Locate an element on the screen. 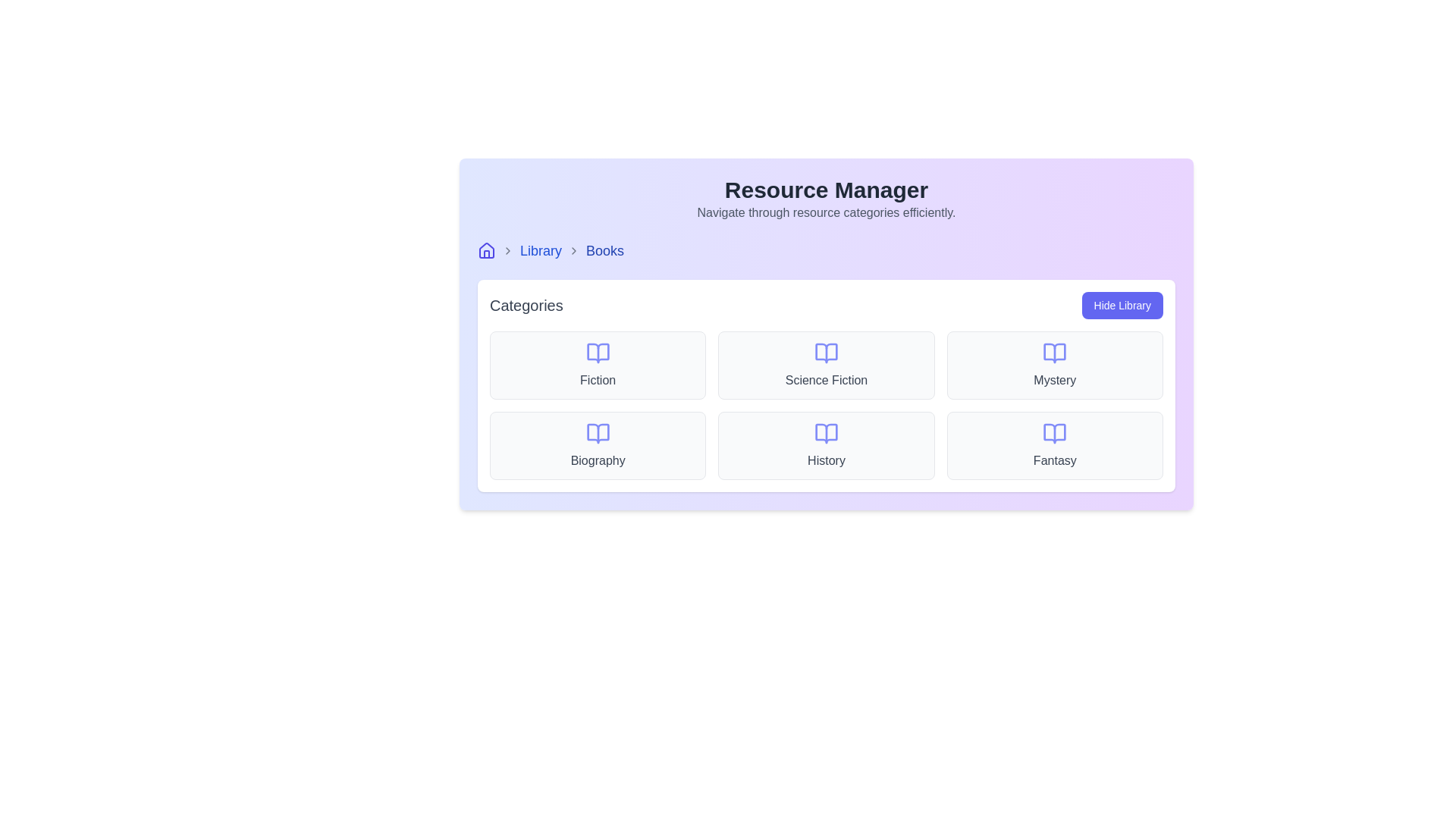 Image resolution: width=1456 pixels, height=819 pixels. the 'Biography' text label located in the bottom-left cell of the category grid is located at coordinates (597, 460).